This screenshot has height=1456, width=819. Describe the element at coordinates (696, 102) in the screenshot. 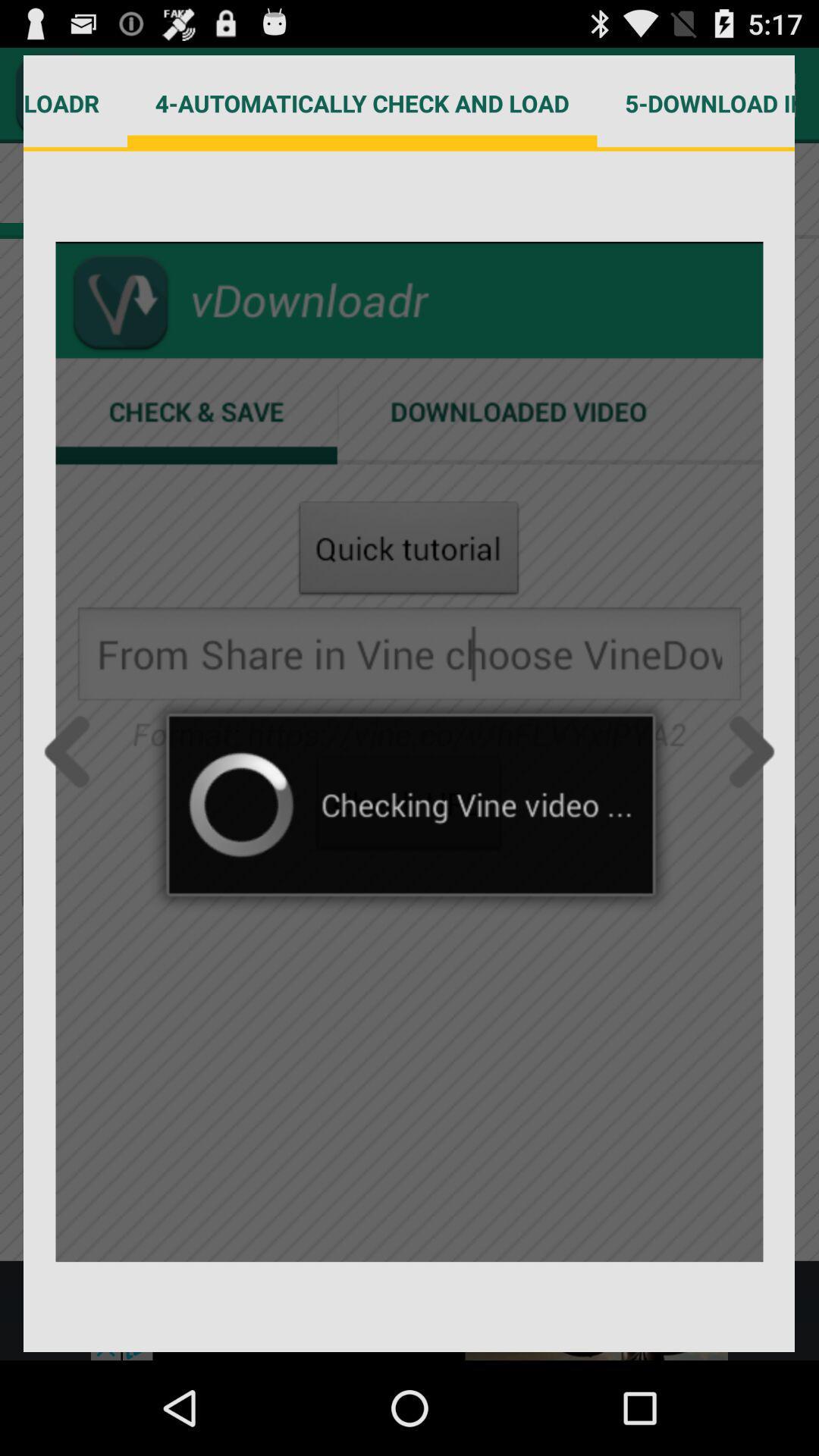

I see `item next to 4 automatically check` at that location.